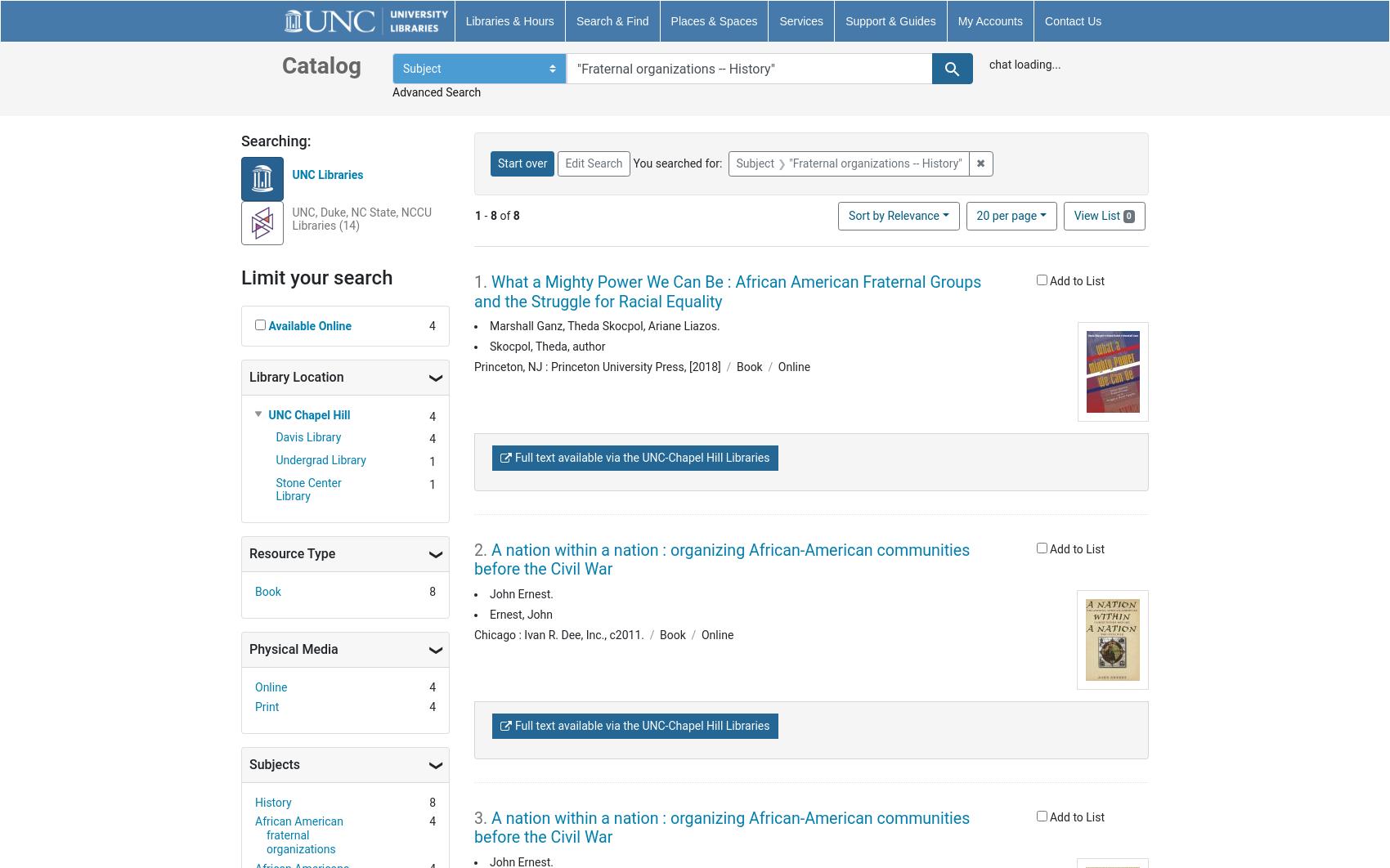 This screenshot has height=868, width=1390. Describe the element at coordinates (321, 65) in the screenshot. I see `'Catalog'` at that location.